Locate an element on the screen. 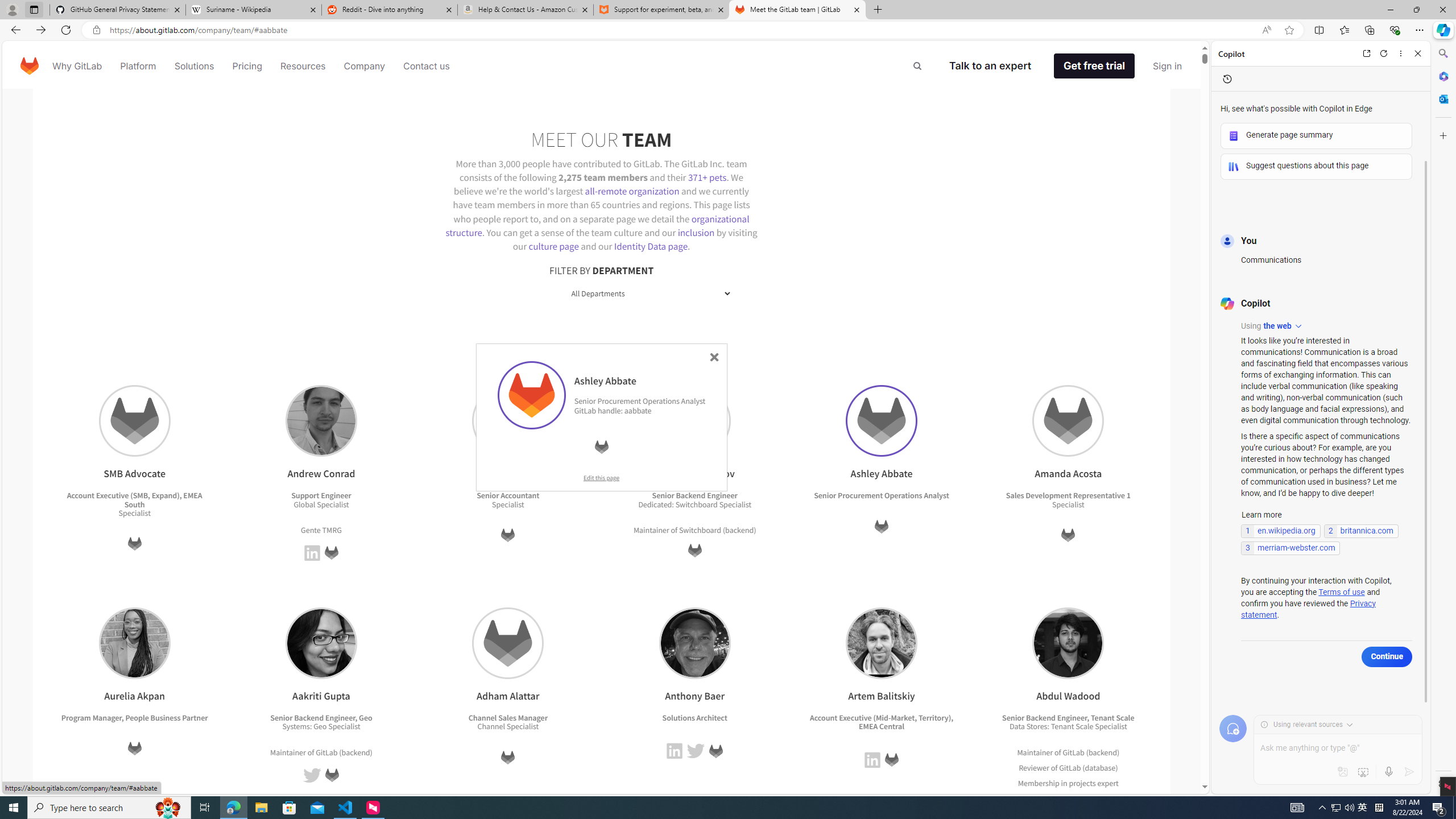 The width and height of the screenshot is (1456, 819). 'Andrew Conrad' is located at coordinates (320, 420).